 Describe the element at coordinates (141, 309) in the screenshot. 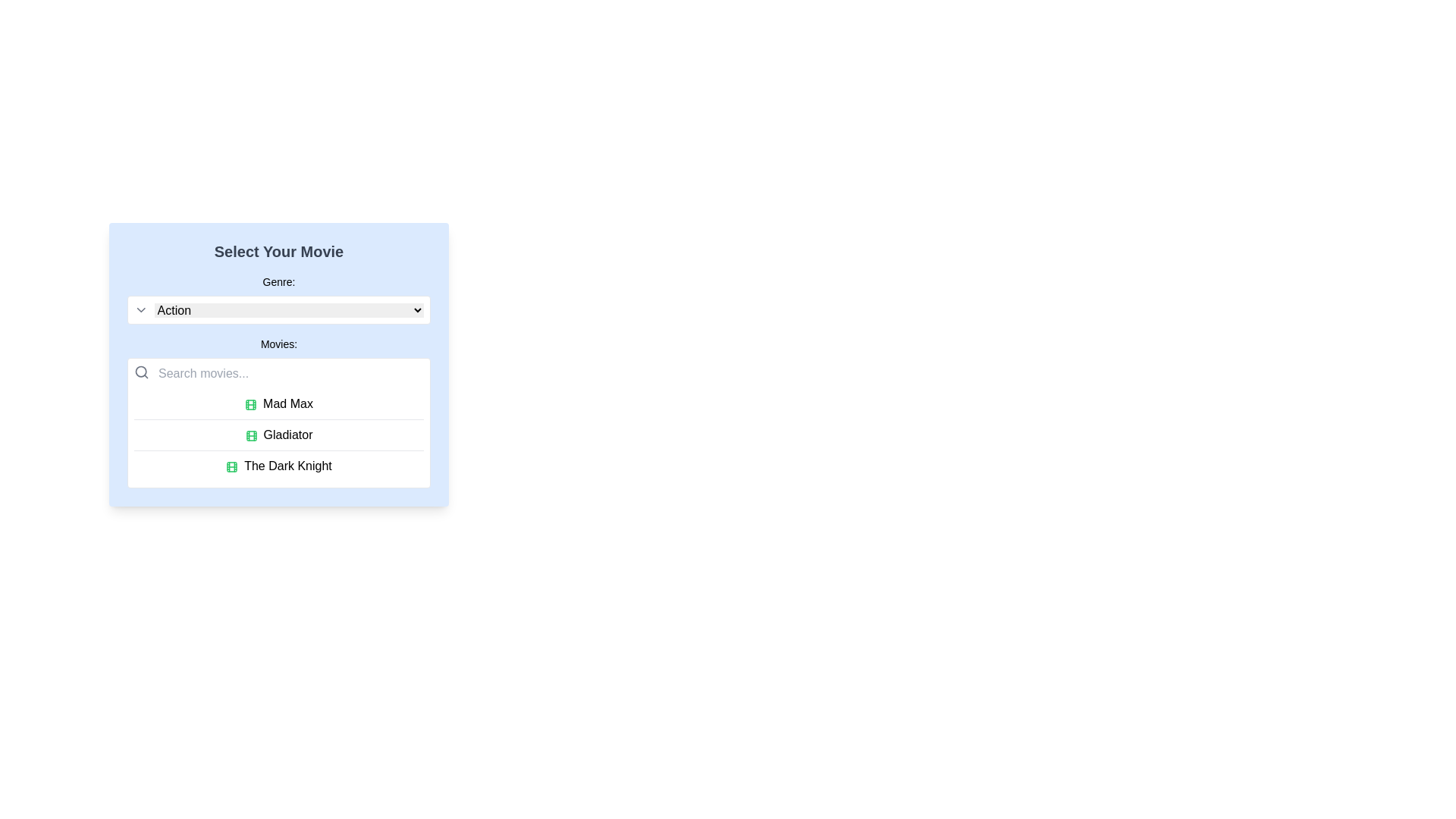

I see `the gray downward-pointing chevron icon located to the left of the text 'Action' in the dropdown labeled 'Genre'` at that location.